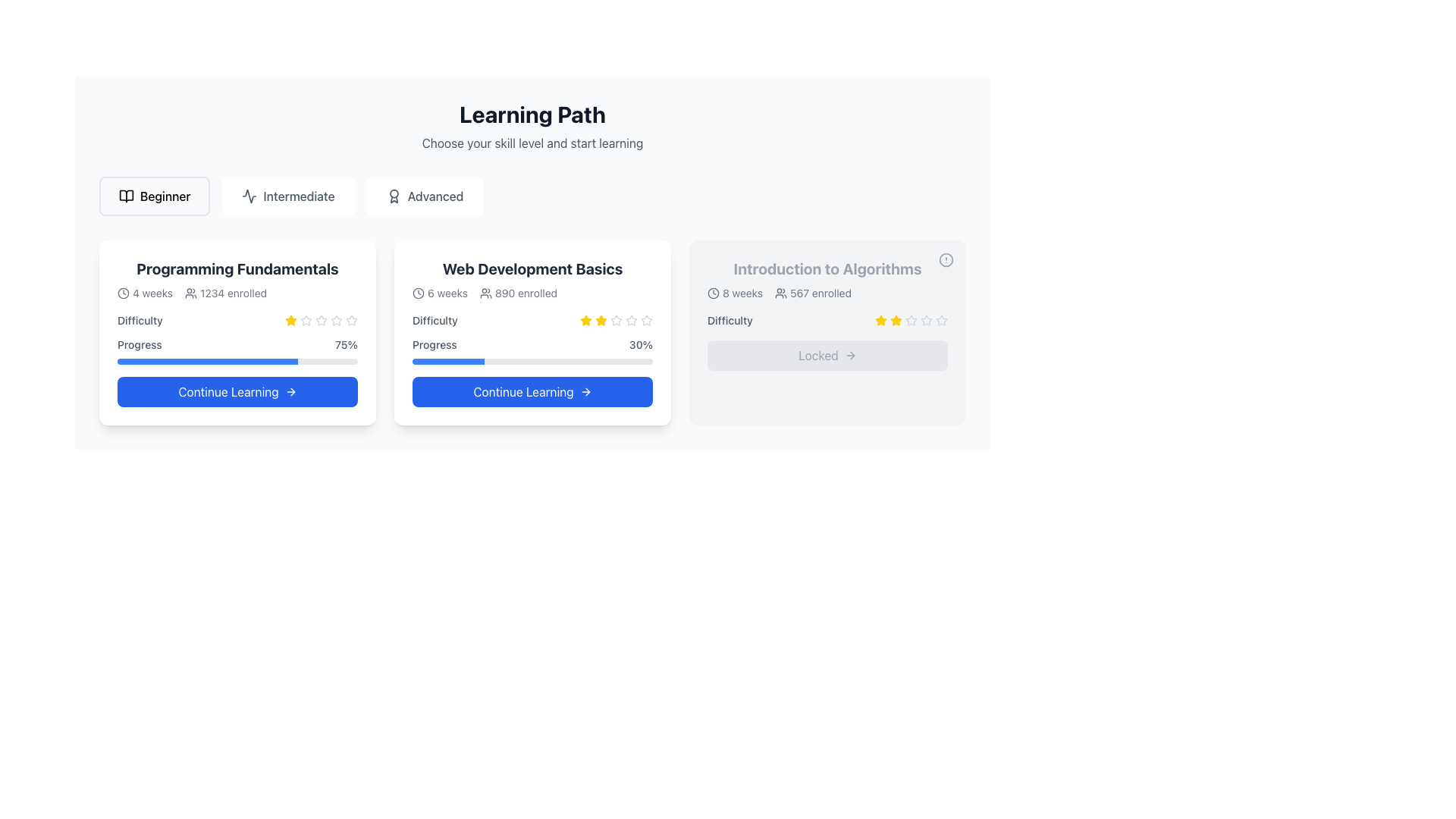  I want to click on the progress bar located in the 'Web Development Basics' card, which visually represents the progress of a task with 'Progress' on the left and '30%' on the right, so click(532, 350).